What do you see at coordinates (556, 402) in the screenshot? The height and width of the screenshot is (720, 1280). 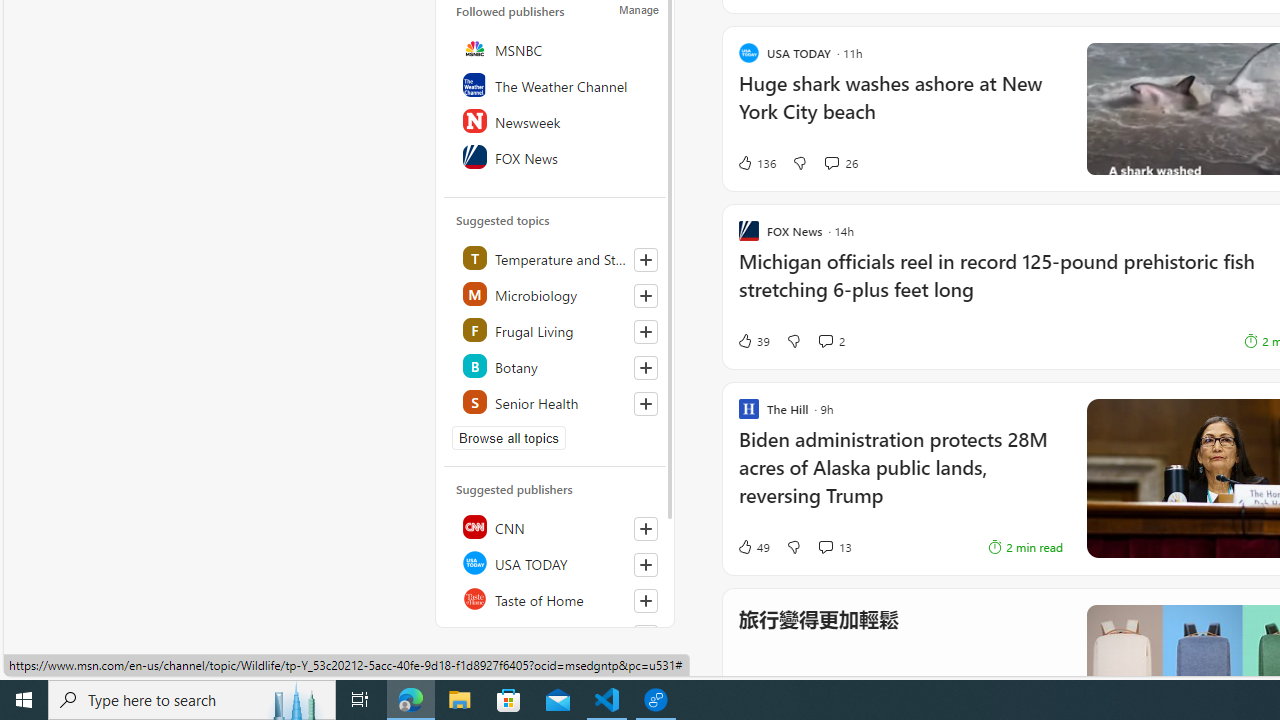 I see `'Class: highlight'` at bounding box center [556, 402].